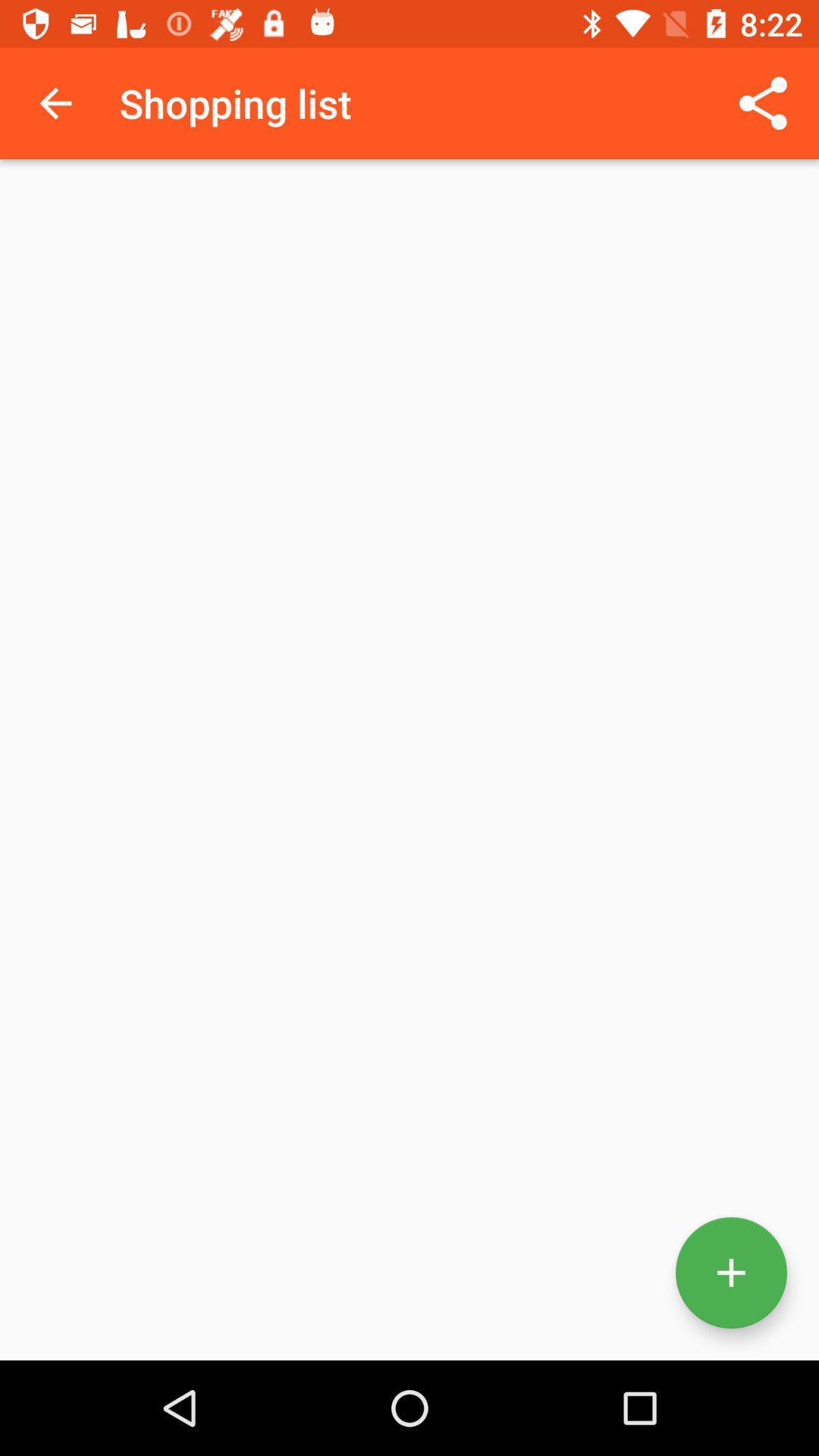  What do you see at coordinates (730, 1272) in the screenshot?
I see `the icon at the bottom right corner` at bounding box center [730, 1272].